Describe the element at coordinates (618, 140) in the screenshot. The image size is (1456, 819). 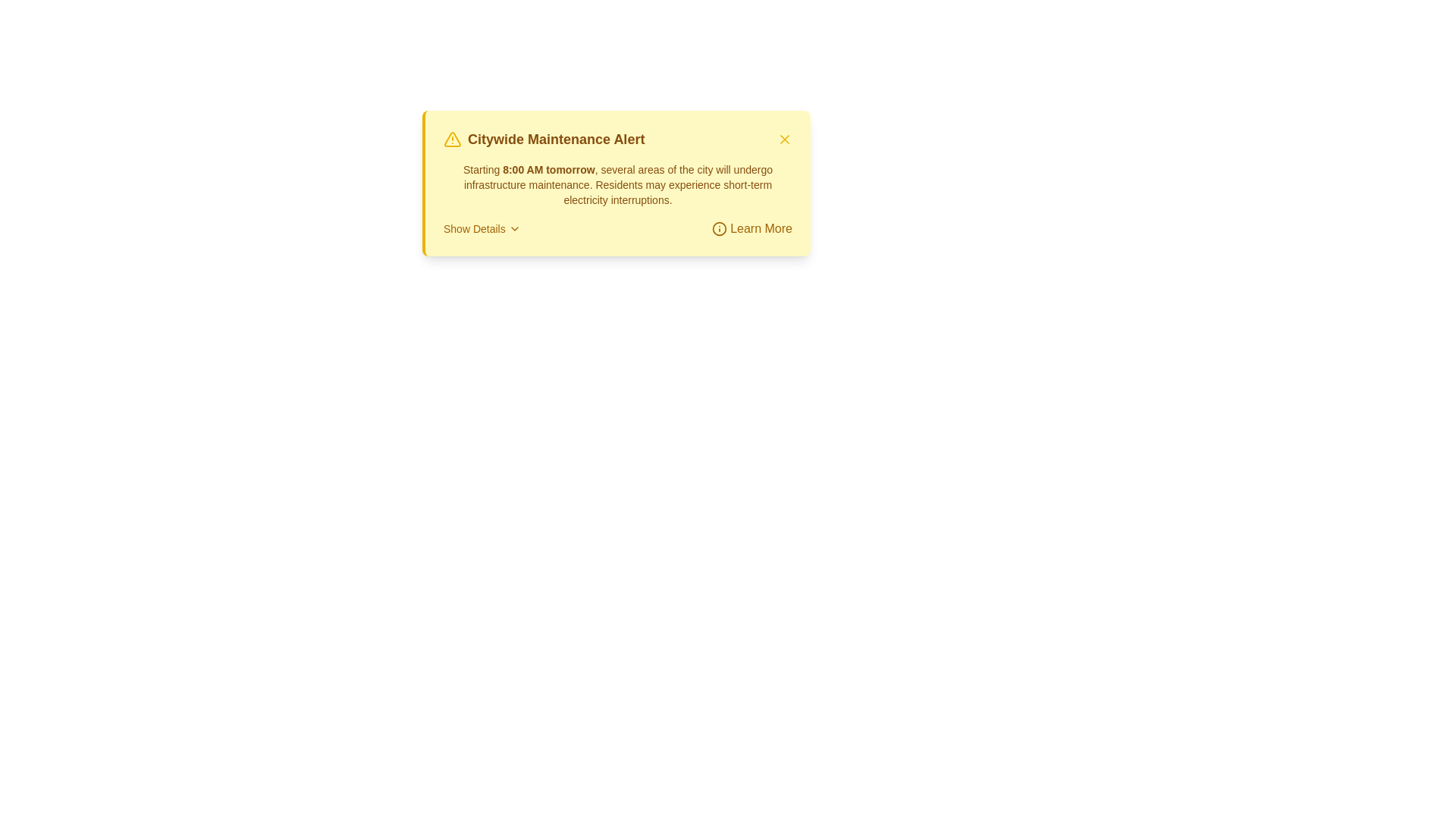
I see `text displayed on the header bar labeled 'Citywide Maintenance Alert', which is styled in bold dark yellow on a soft yellow background` at that location.